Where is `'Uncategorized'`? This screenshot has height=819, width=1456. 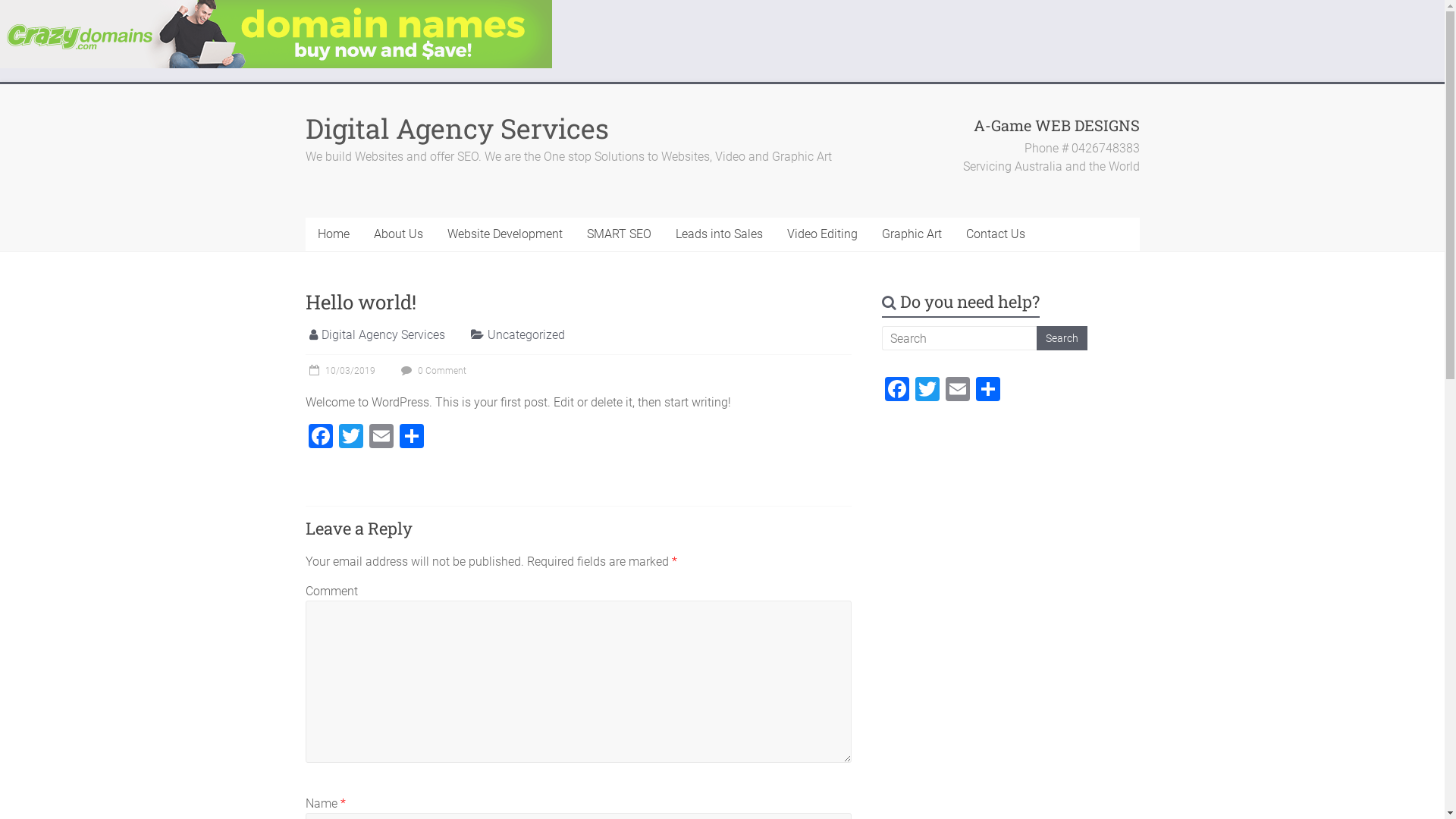
'Uncategorized' is located at coordinates (525, 334).